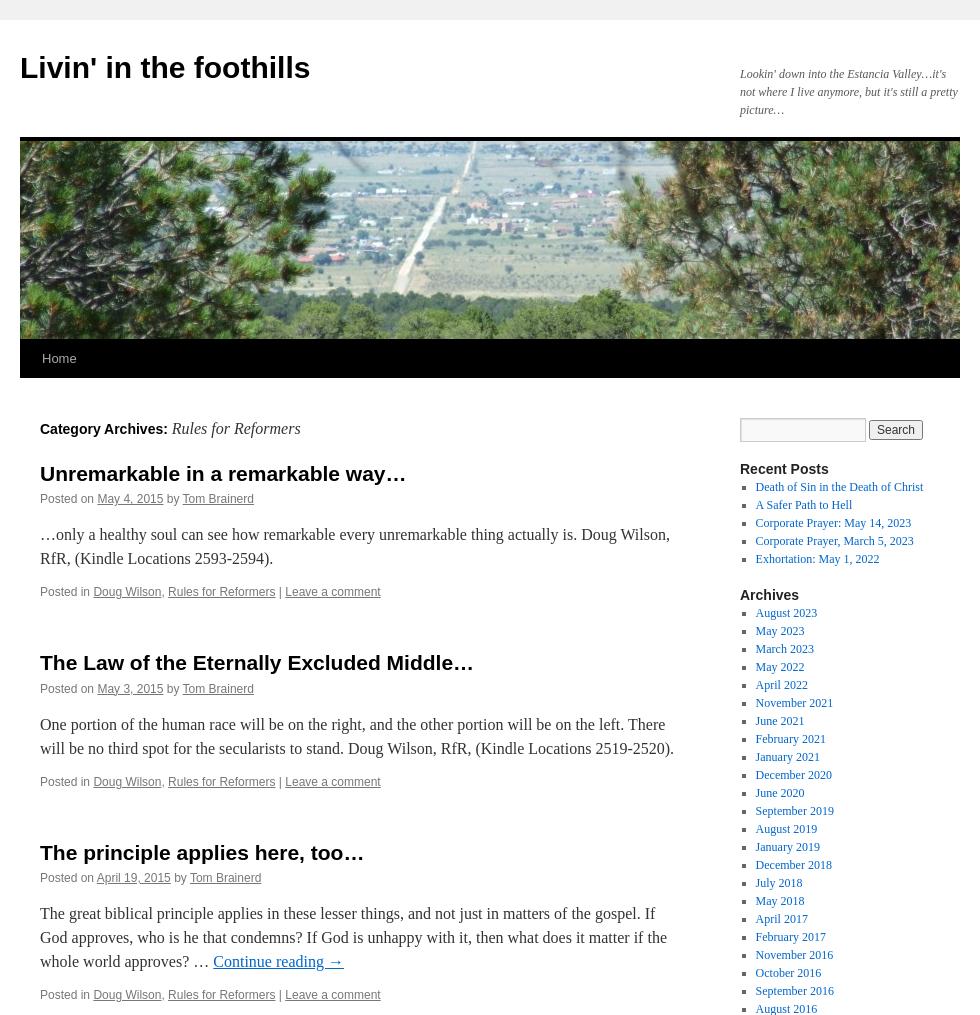  Describe the element at coordinates (793, 702) in the screenshot. I see `'November 2021'` at that location.